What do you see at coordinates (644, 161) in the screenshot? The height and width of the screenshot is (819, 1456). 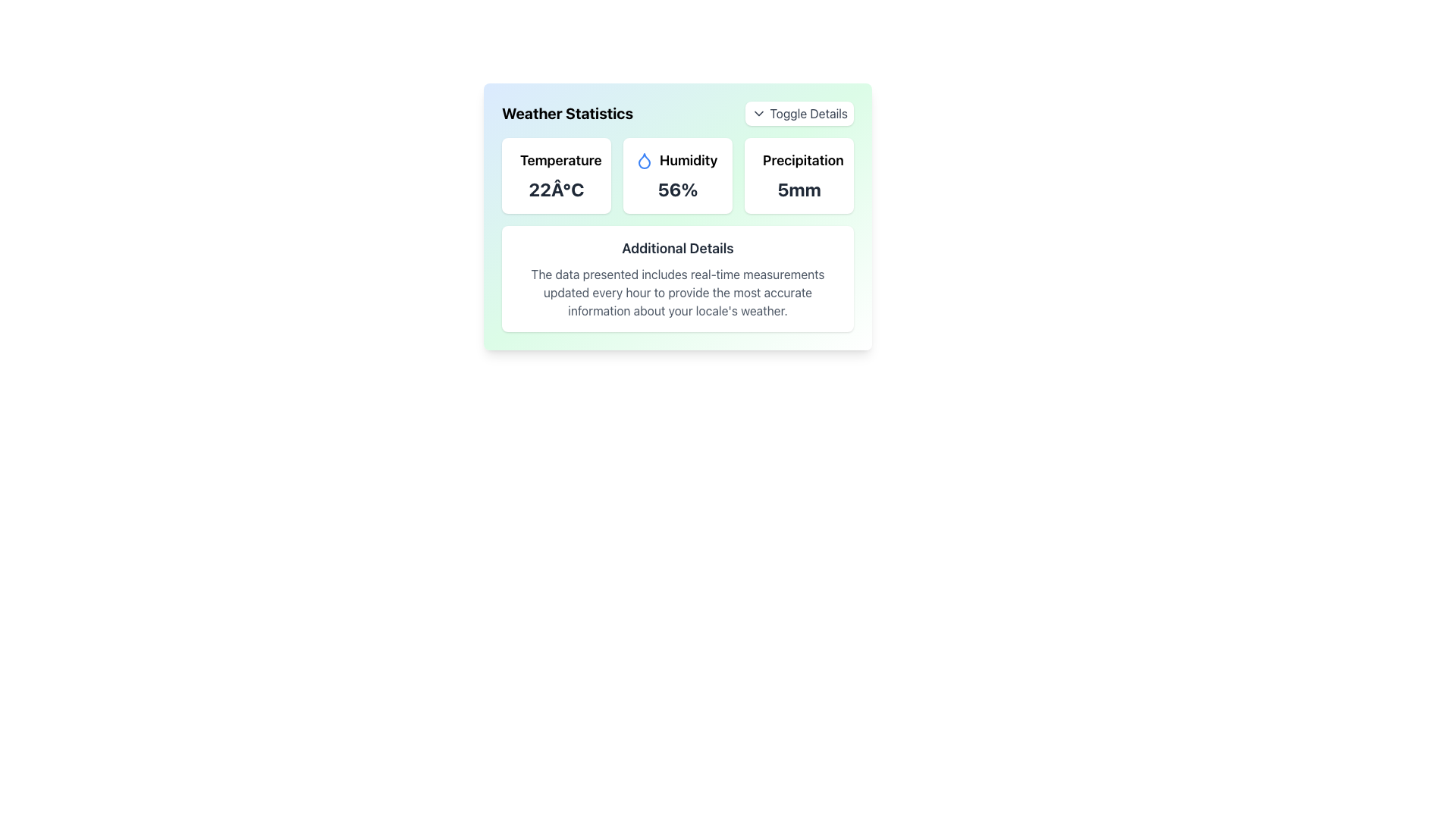 I see `the droplet-shaped icon with a blue border located at the center of the second column in the Weather Statistics card, next to the 'Humidity' label` at bounding box center [644, 161].